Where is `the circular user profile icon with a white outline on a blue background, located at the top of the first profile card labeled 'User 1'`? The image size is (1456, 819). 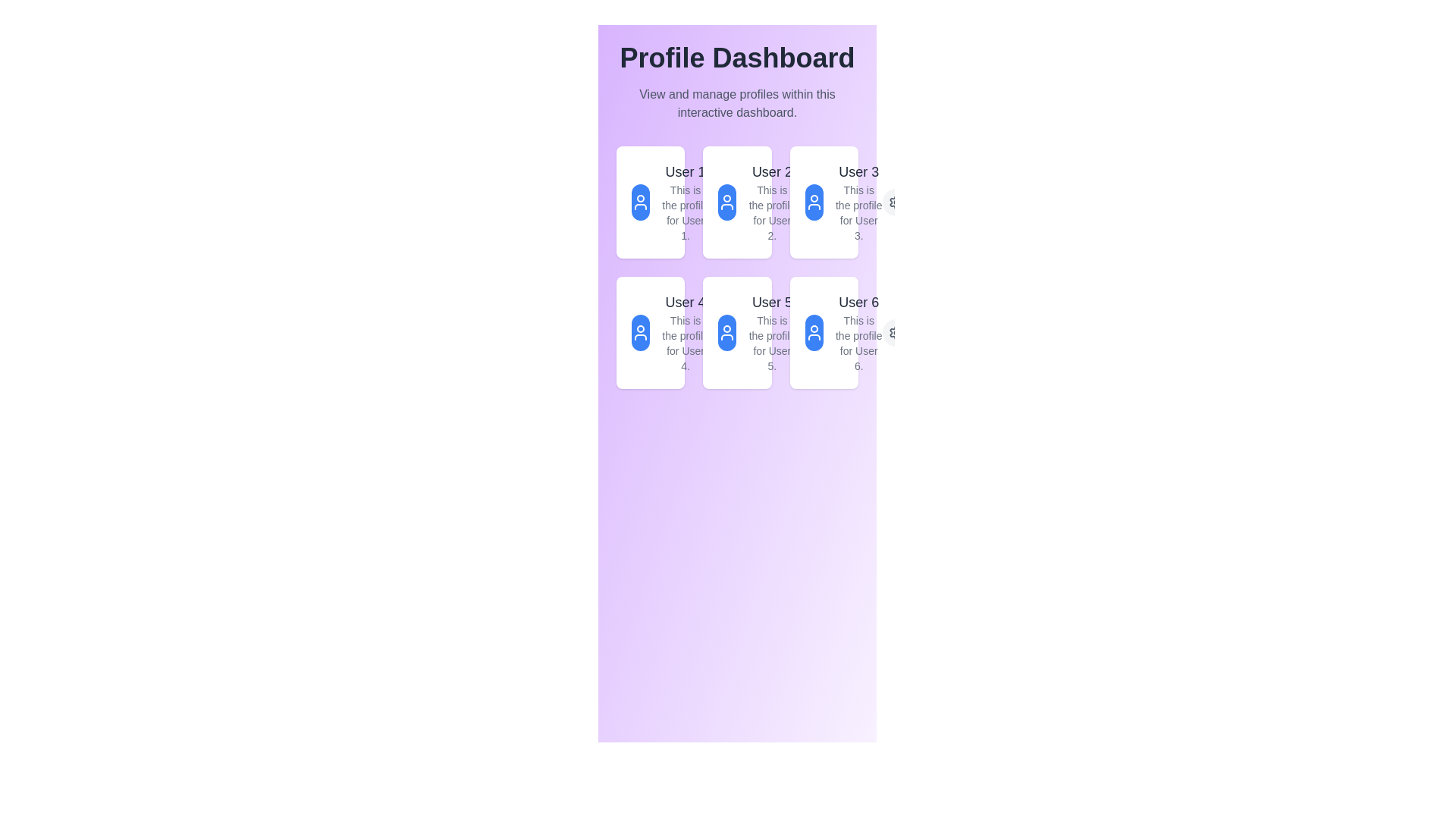
the circular user profile icon with a white outline on a blue background, located at the top of the first profile card labeled 'User 1' is located at coordinates (640, 201).